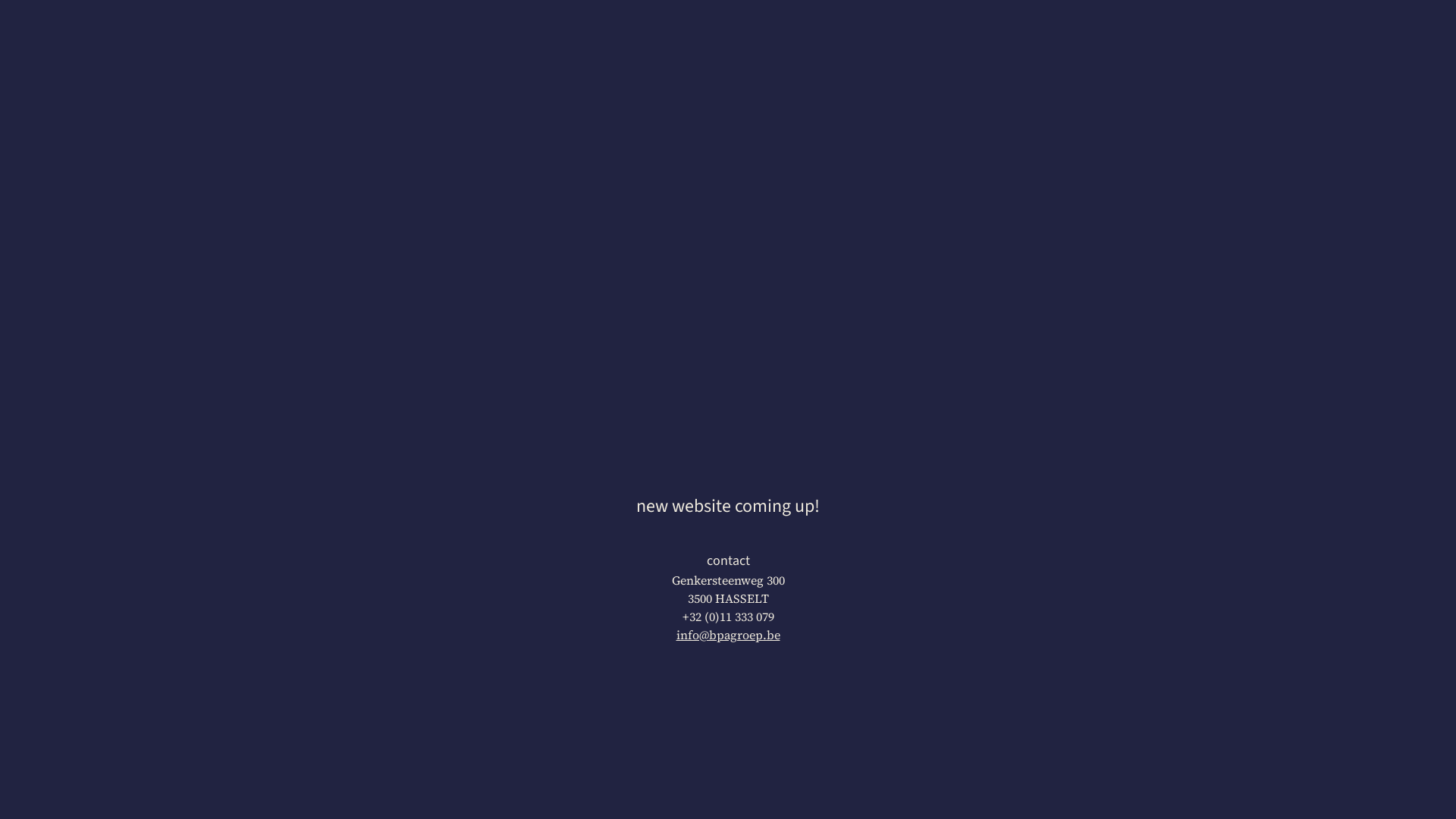 This screenshot has width=1456, height=819. Describe the element at coordinates (728, 635) in the screenshot. I see `'info@bpagroep.be'` at that location.